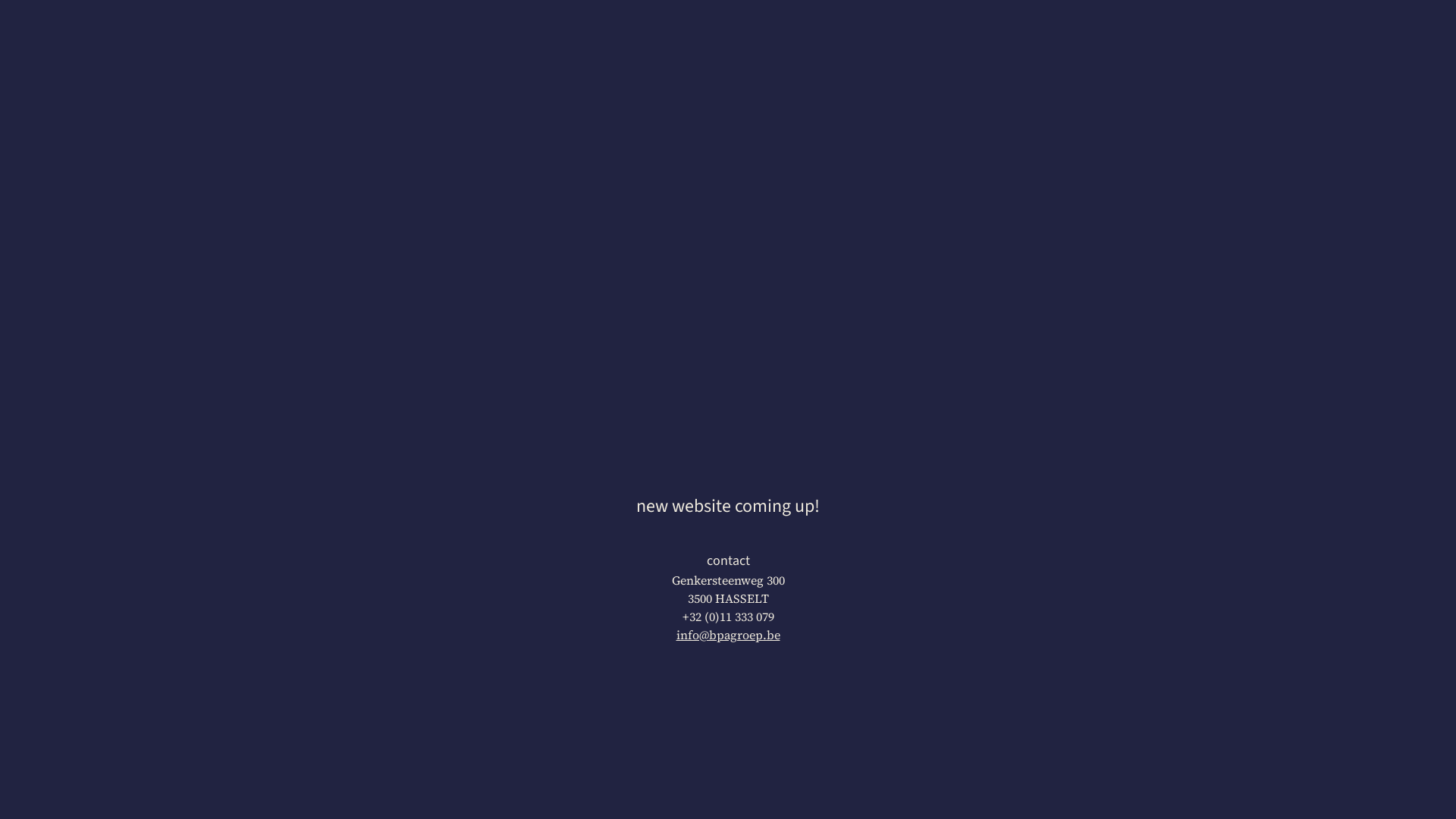 This screenshot has width=1456, height=819. Describe the element at coordinates (728, 635) in the screenshot. I see `'info@bpagroep.be'` at that location.